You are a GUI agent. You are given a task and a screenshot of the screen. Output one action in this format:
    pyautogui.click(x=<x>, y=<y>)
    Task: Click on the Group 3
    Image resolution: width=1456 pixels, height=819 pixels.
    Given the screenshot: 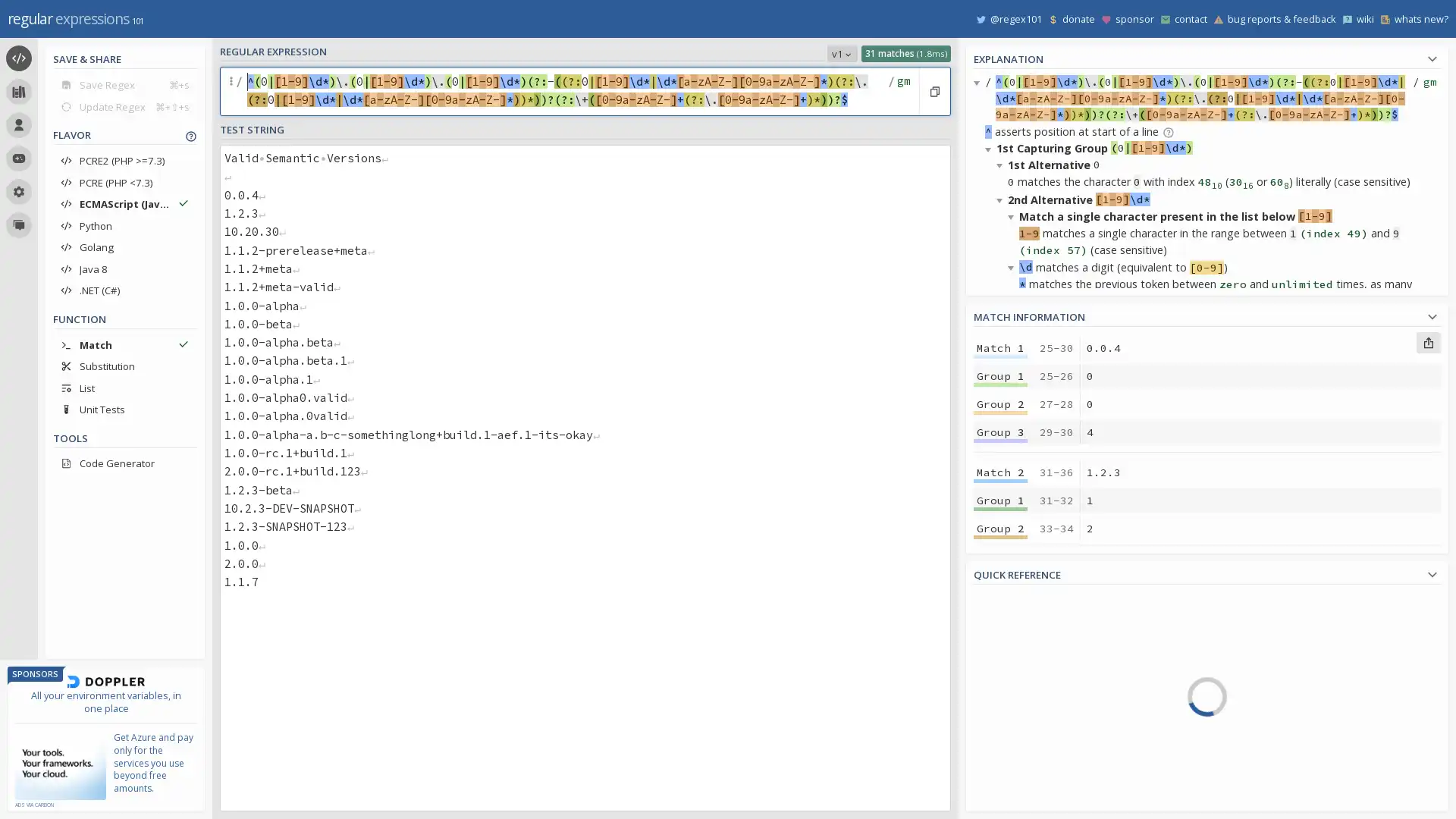 What is the action you would take?
    pyautogui.click(x=1000, y=804)
    